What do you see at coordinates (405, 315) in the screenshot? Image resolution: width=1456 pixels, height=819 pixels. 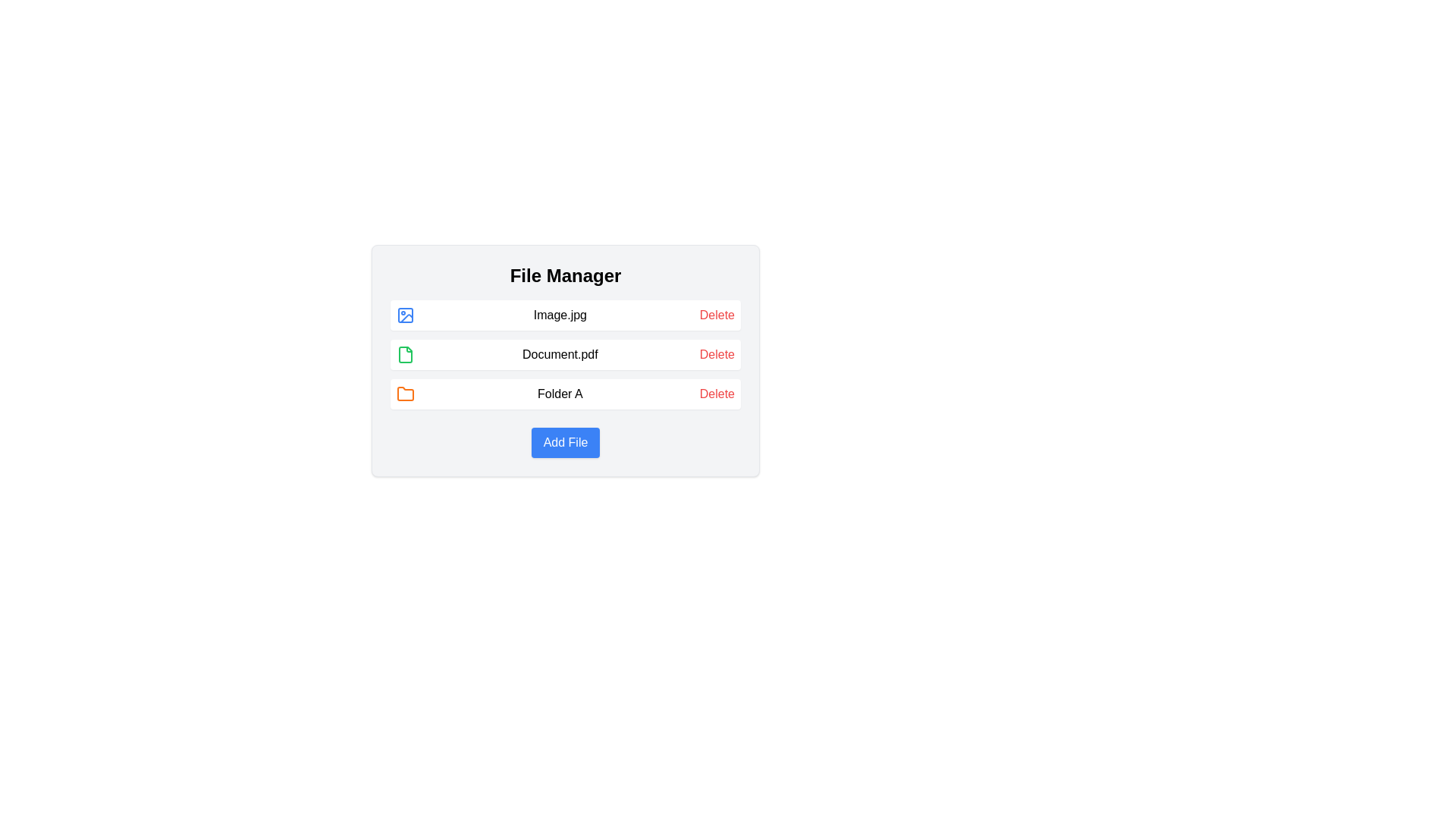 I see `the decorative shape within the SVG file icon that represents an image file, located in the top-left corner of the icon next to 'Image.jpg'` at bounding box center [405, 315].